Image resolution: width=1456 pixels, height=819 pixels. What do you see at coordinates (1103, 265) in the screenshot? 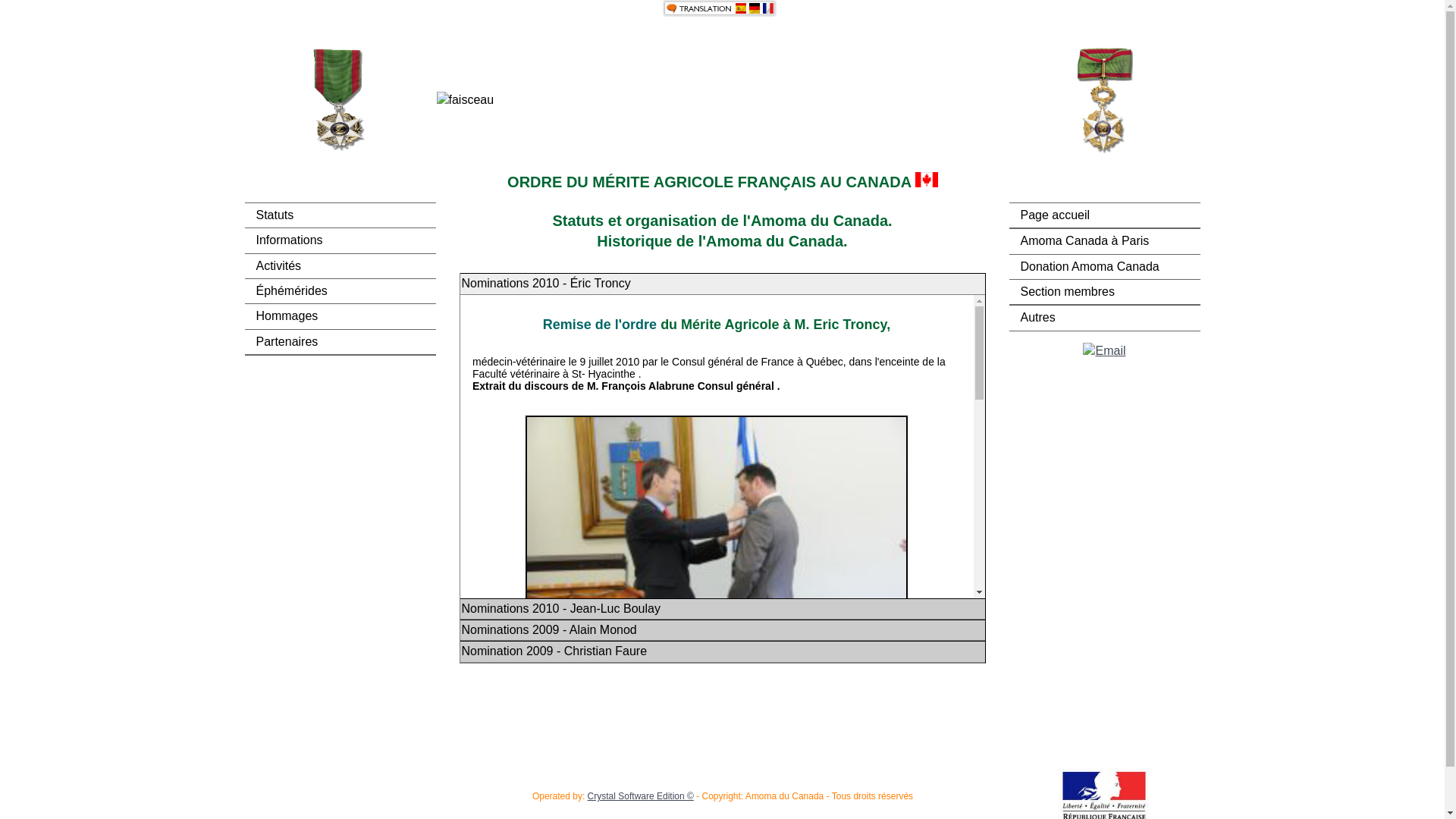
I see `'Donation Amoma Canada'` at bounding box center [1103, 265].